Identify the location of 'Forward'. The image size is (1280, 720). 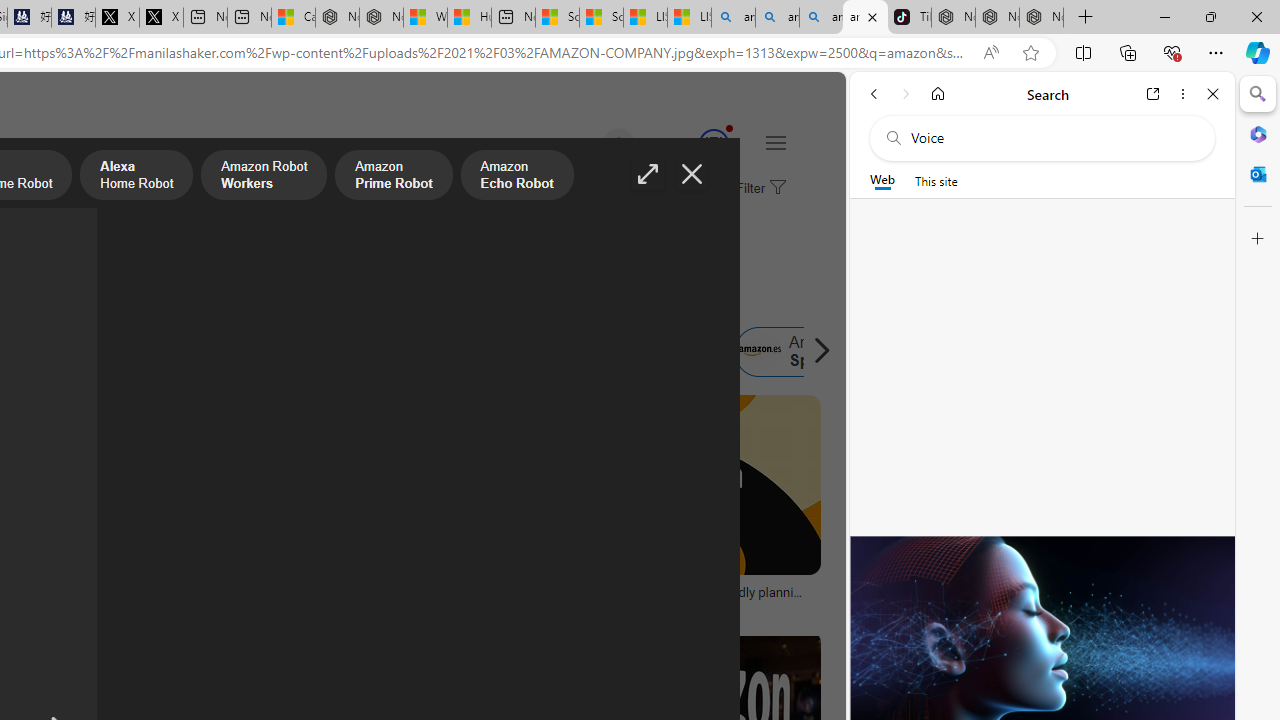
(905, 93).